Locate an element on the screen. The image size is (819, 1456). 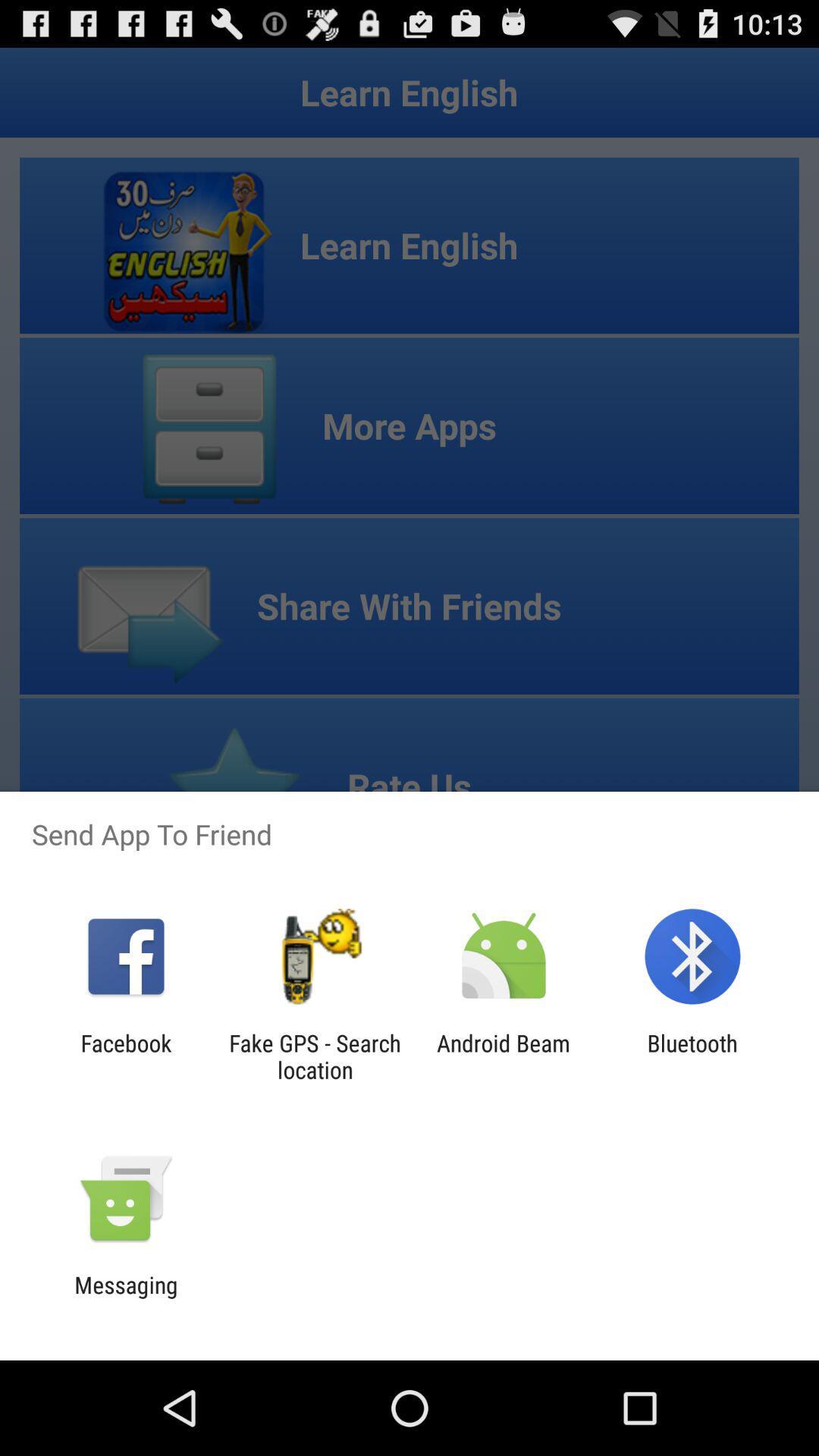
the fake gps search item is located at coordinates (314, 1056).